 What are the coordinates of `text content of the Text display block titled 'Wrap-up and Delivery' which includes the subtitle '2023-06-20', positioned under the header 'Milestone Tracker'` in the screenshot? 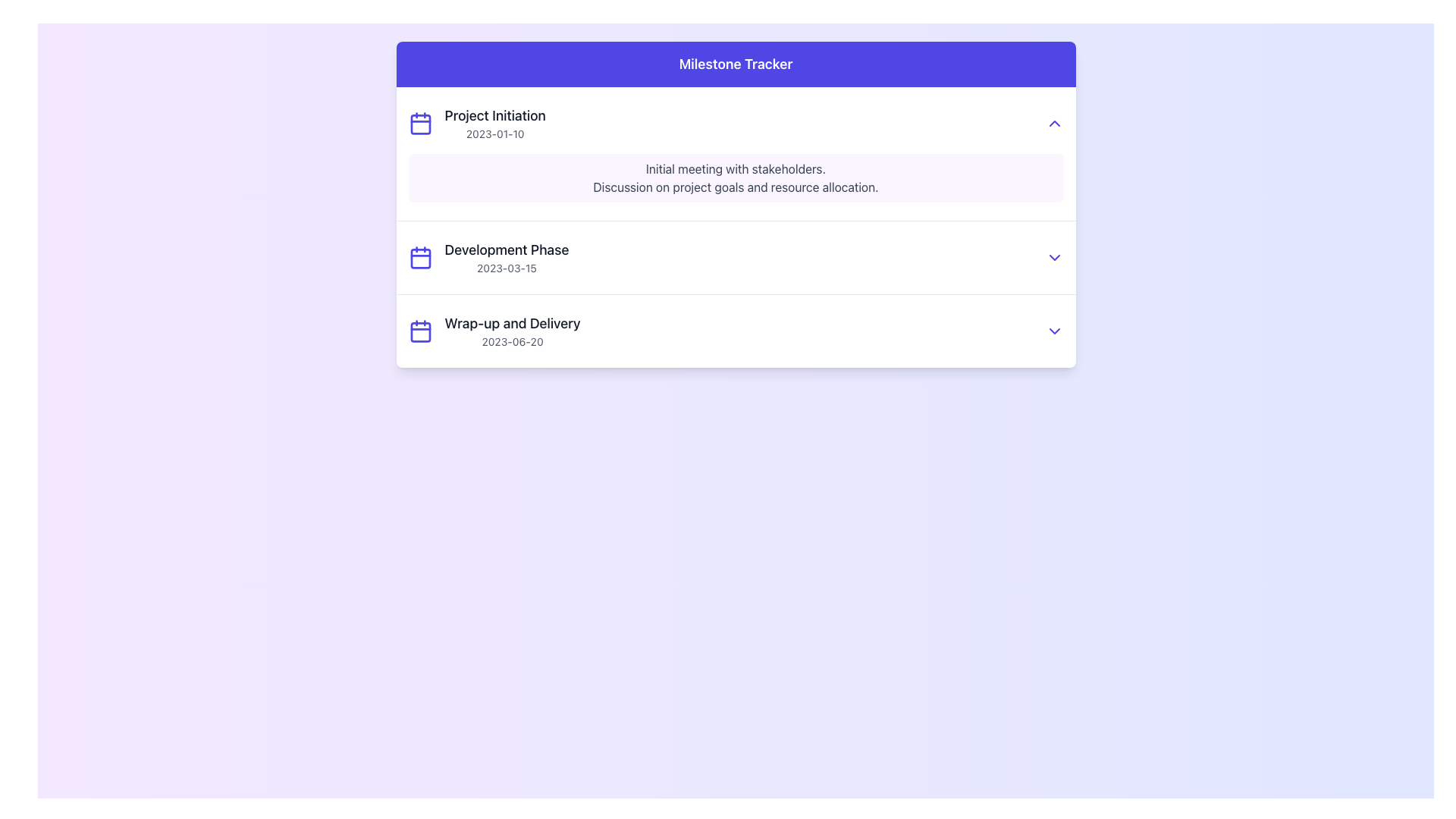 It's located at (513, 330).